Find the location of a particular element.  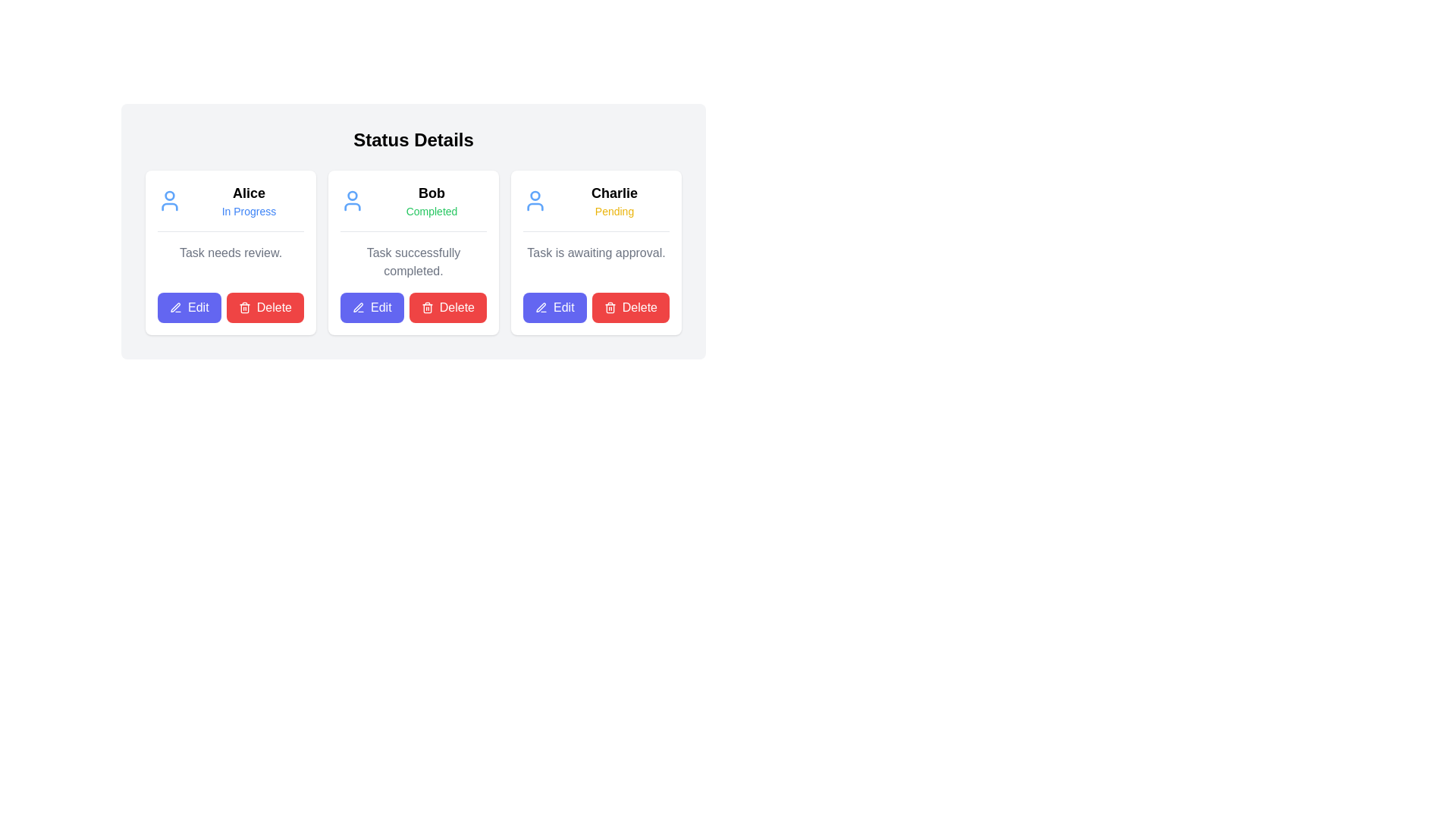

the 'Edit' button located to the left of the red 'Delete' button in the second row under the card titled 'Alice' to initiate the edit action is located at coordinates (188, 307).